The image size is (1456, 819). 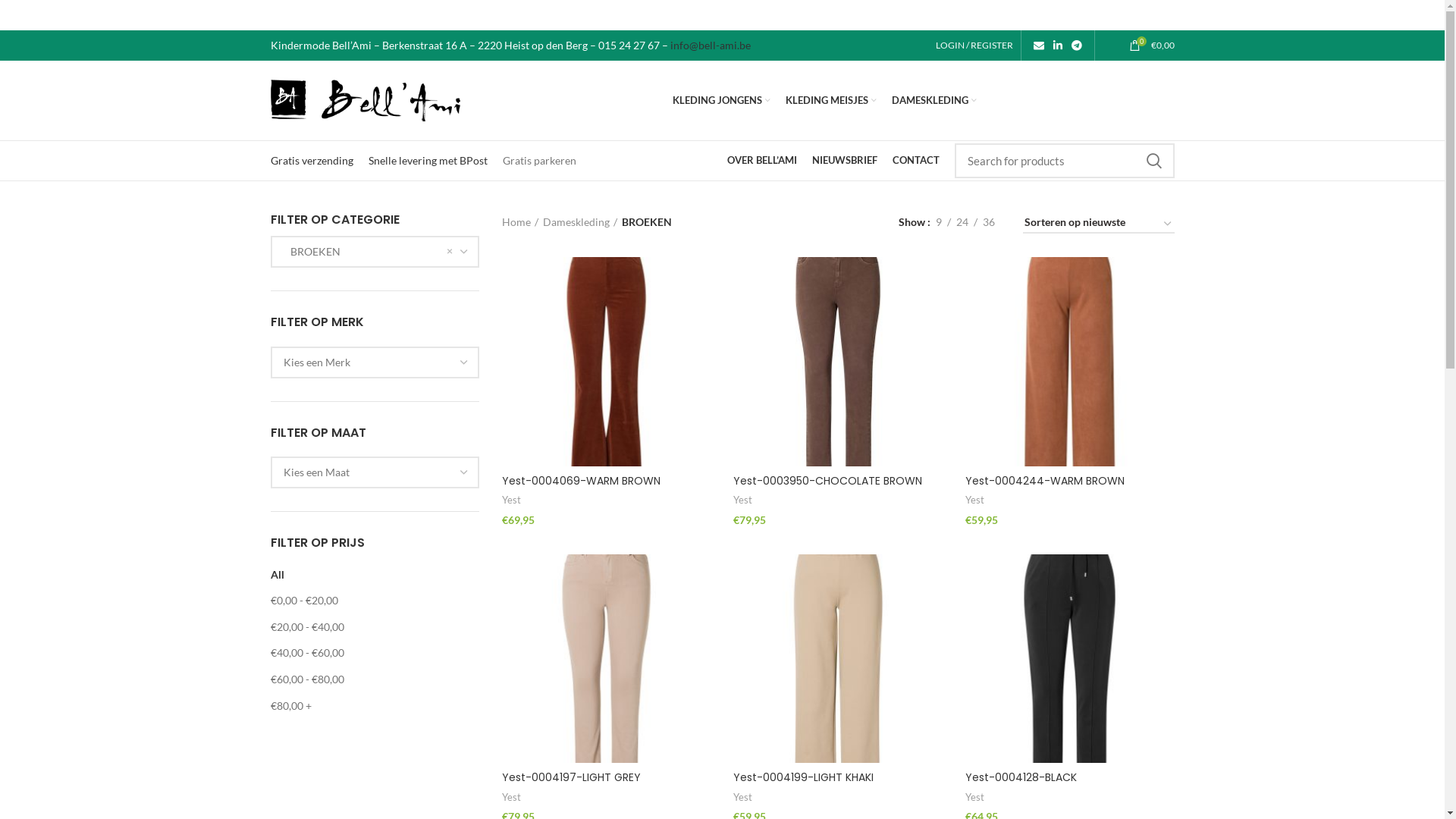 What do you see at coordinates (709, 44) in the screenshot?
I see `'info@bell-ami.be'` at bounding box center [709, 44].